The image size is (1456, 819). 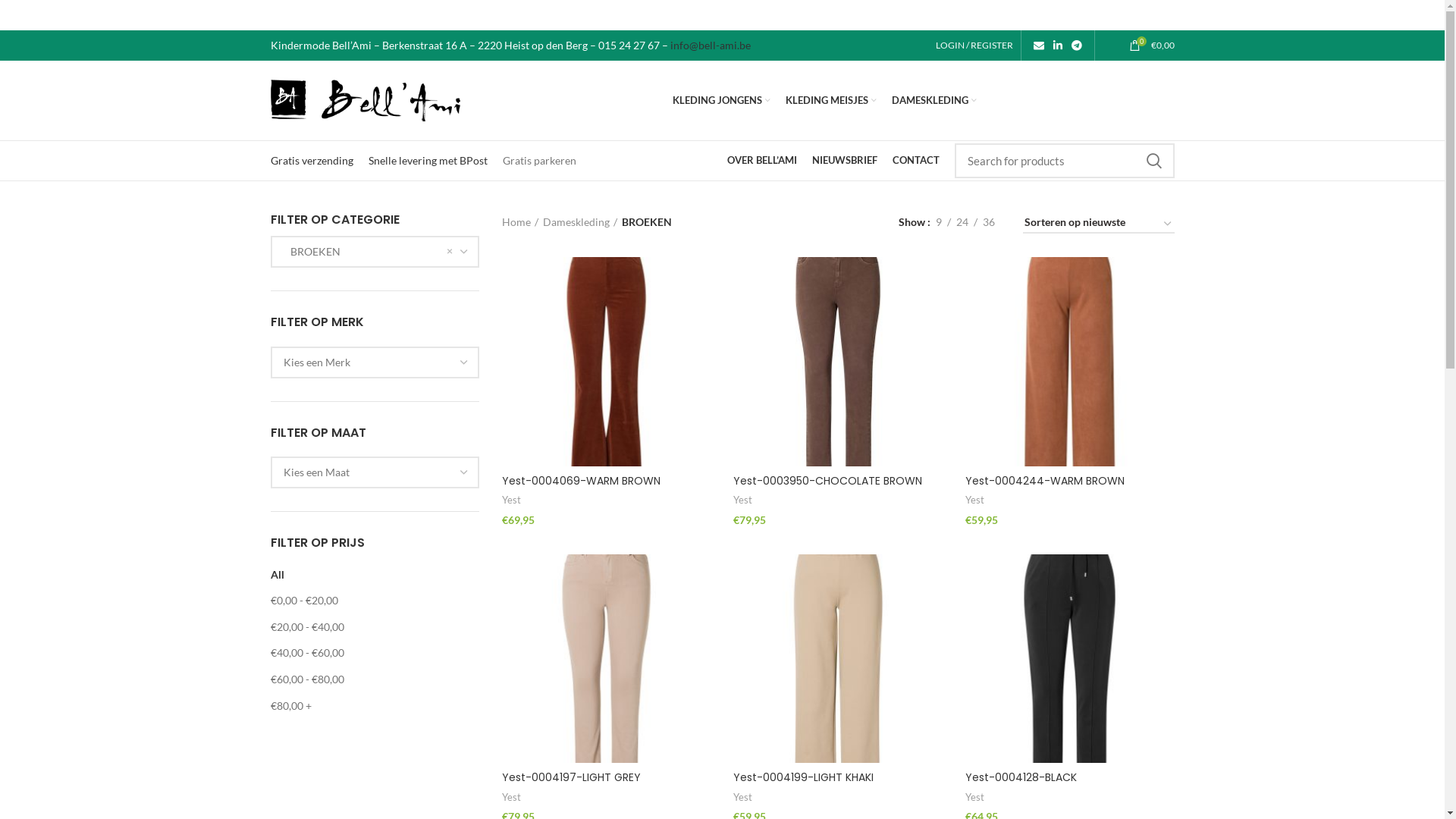 What do you see at coordinates (709, 44) in the screenshot?
I see `'info@bell-ami.be'` at bounding box center [709, 44].